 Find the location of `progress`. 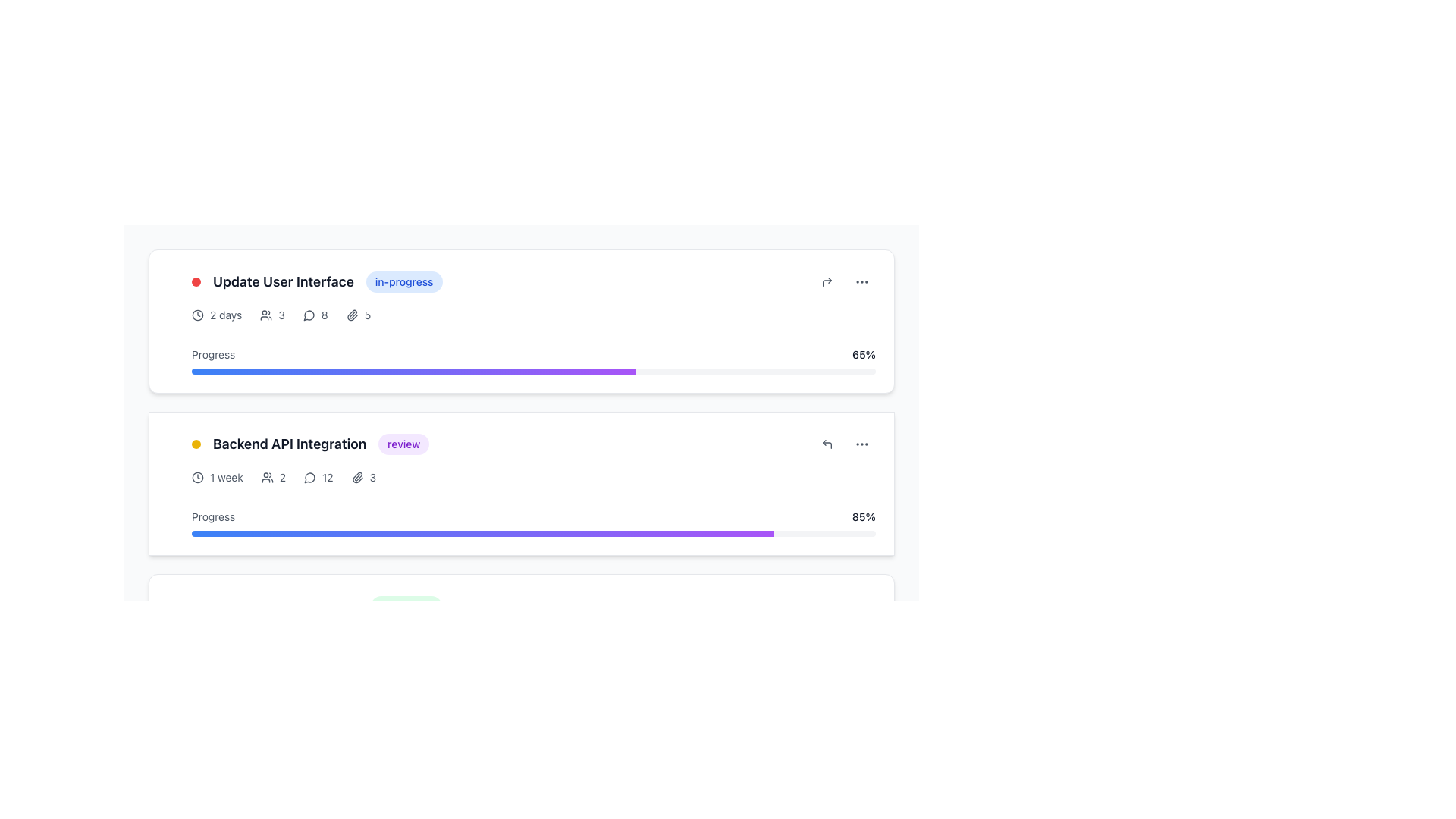

progress is located at coordinates (276, 371).